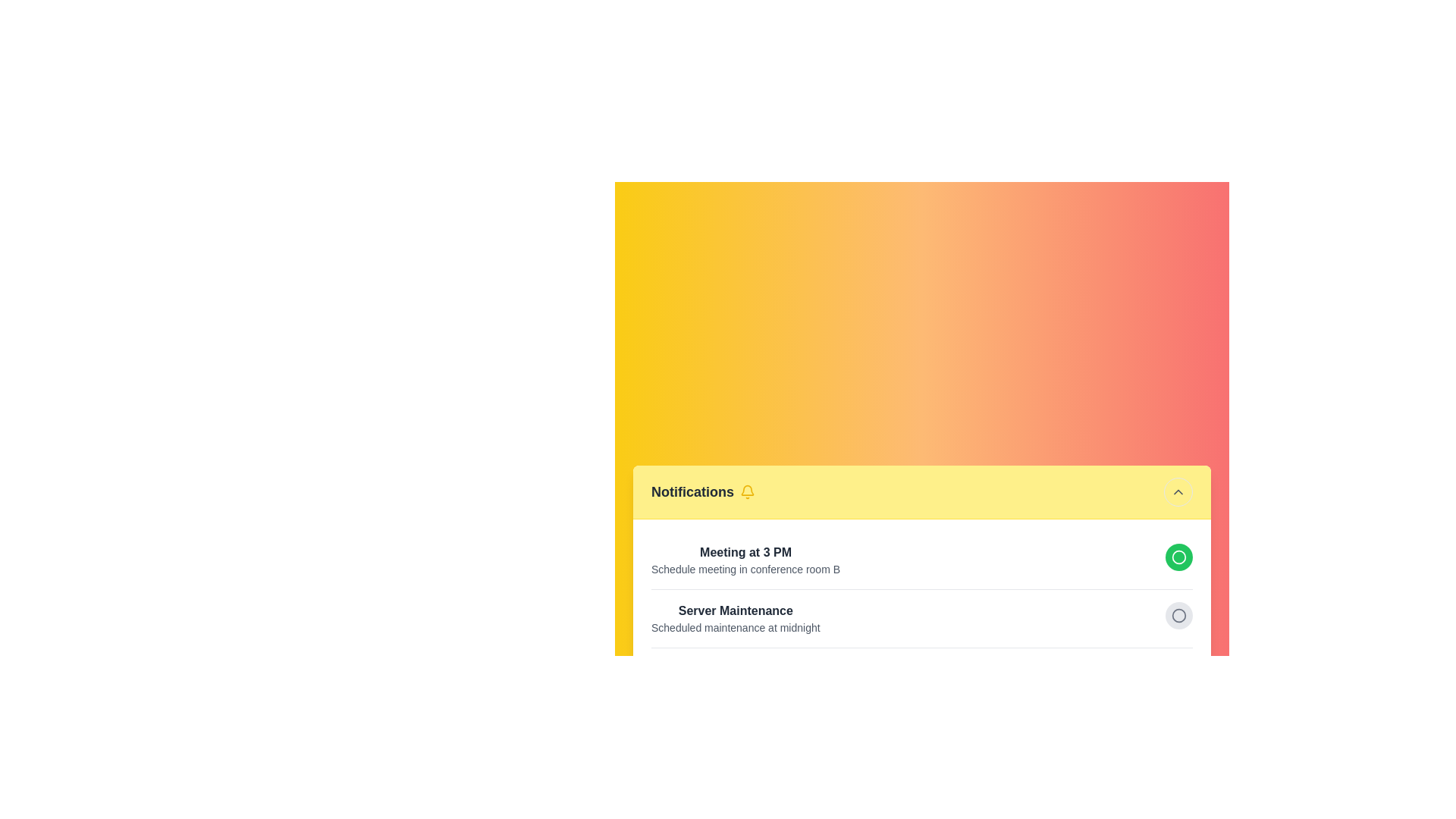 This screenshot has height=819, width=1456. I want to click on the central circular graphical icon component located at the bottom-right corner of the notification dropdown menu, near the 'Server Maintenance' item, if it is interactive, so click(1178, 615).